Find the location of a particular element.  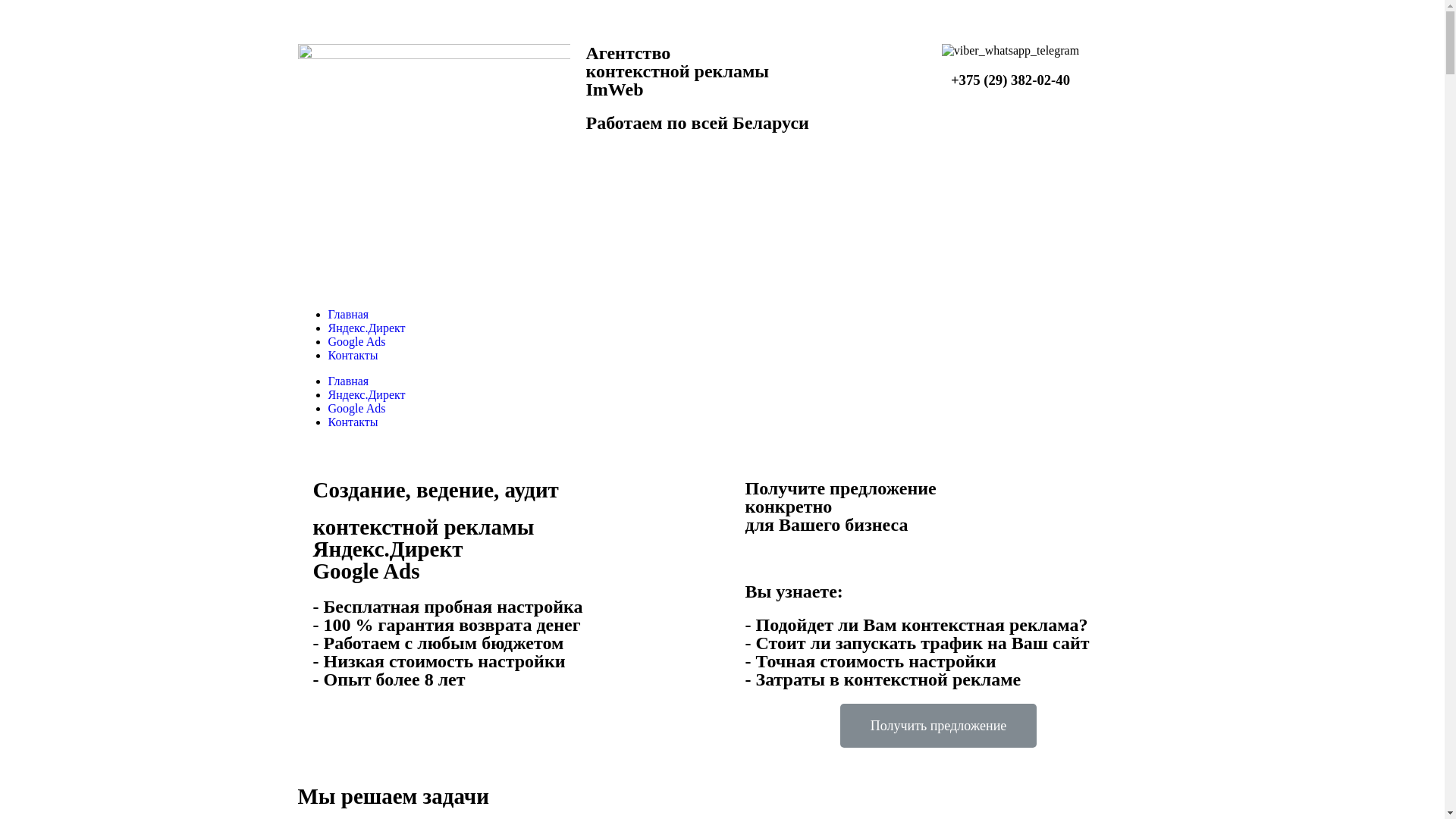

'viber_whatsapp_telegram' is located at coordinates (1010, 49).